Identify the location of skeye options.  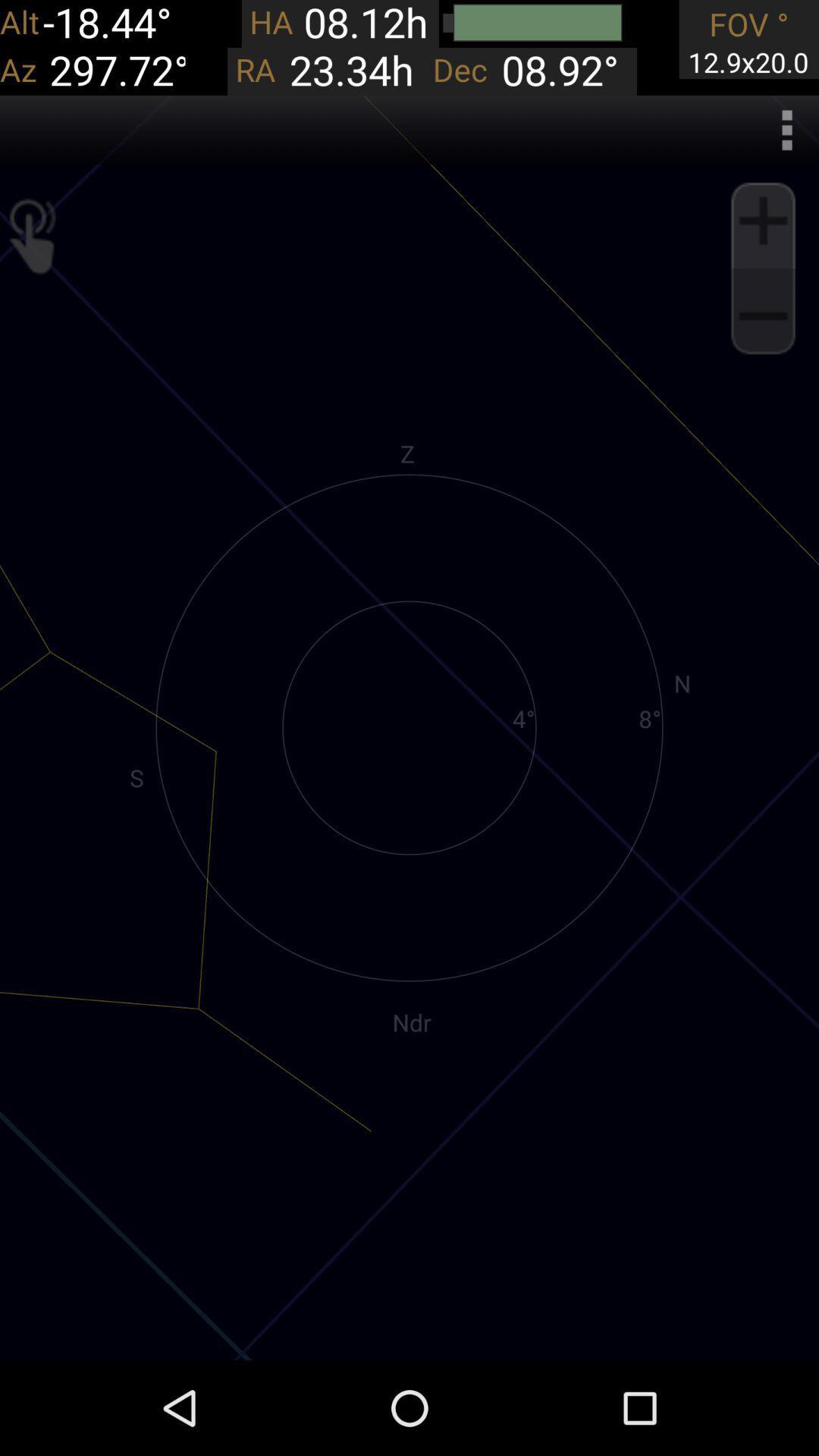
(786, 130).